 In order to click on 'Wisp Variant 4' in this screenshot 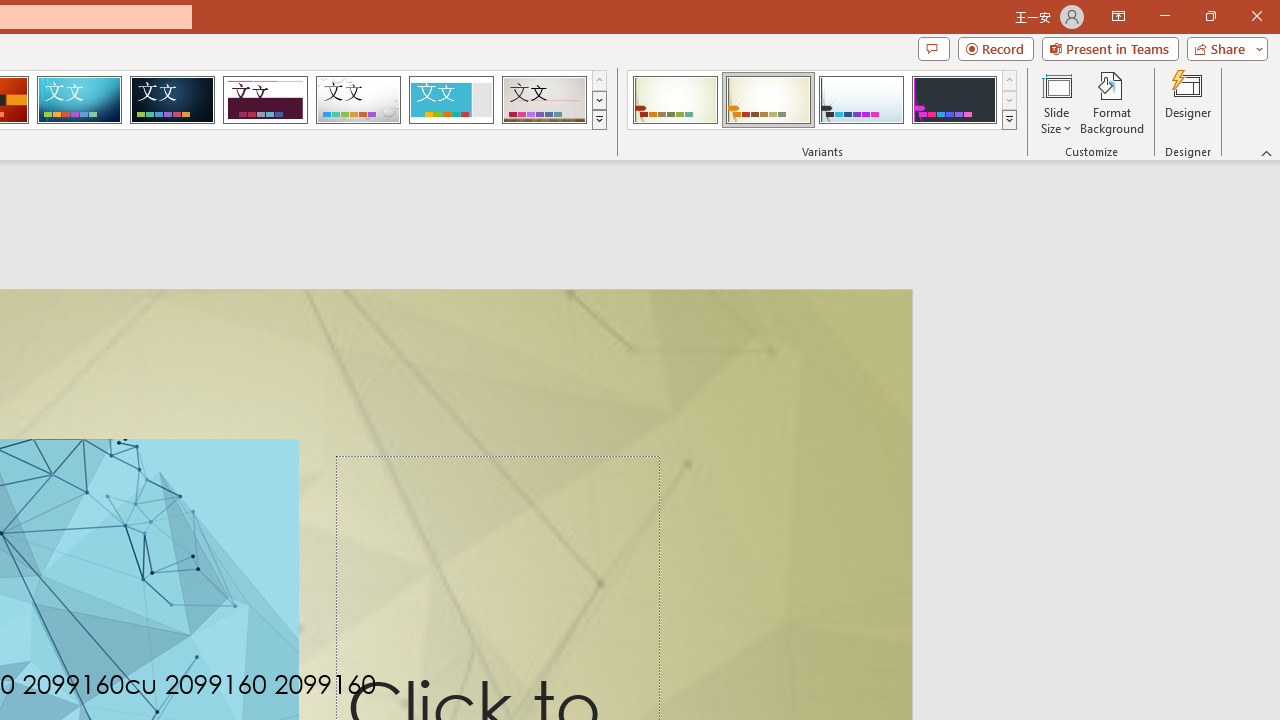, I will do `click(953, 100)`.